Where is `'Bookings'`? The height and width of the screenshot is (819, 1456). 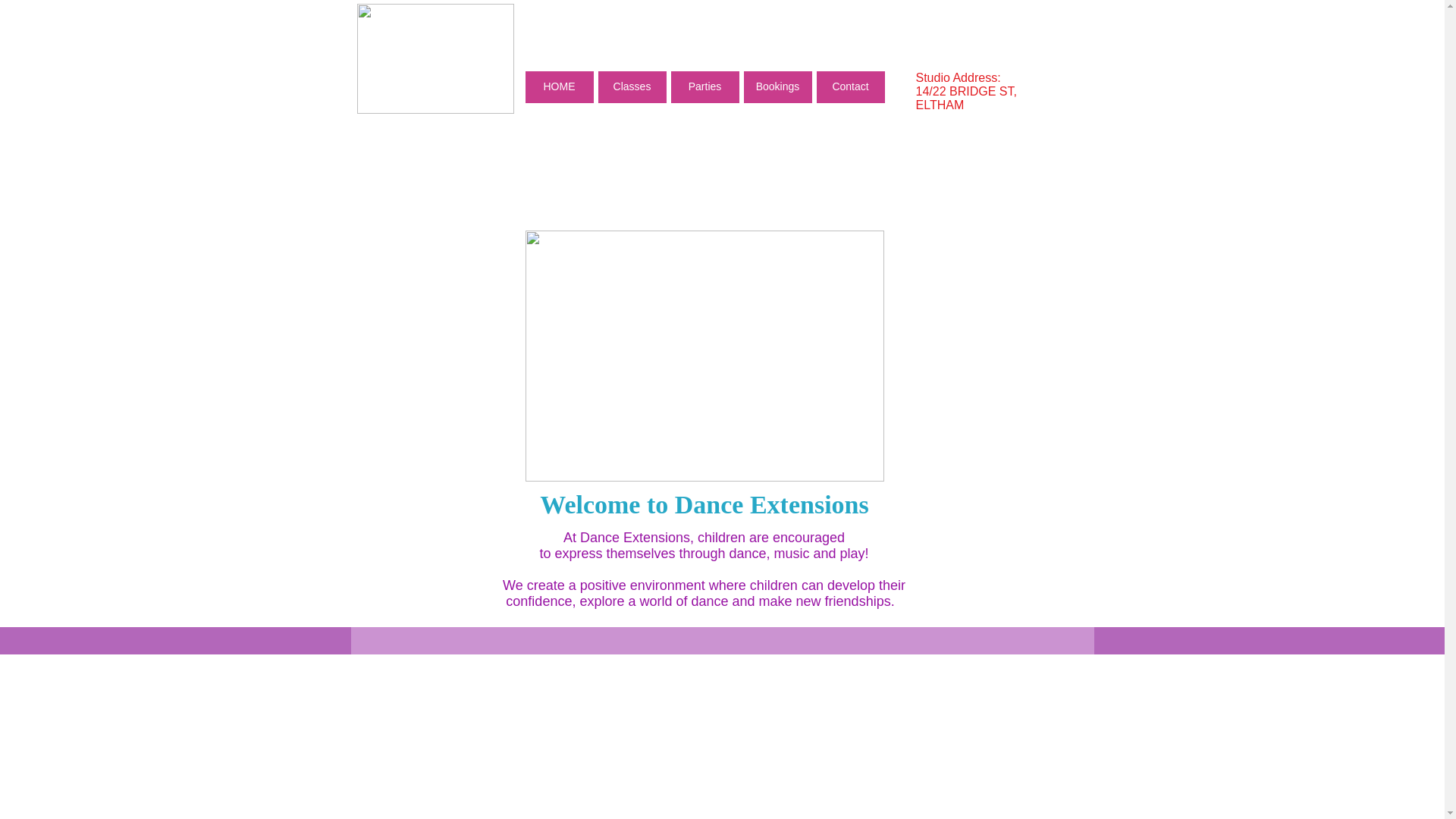
'Bookings' is located at coordinates (777, 87).